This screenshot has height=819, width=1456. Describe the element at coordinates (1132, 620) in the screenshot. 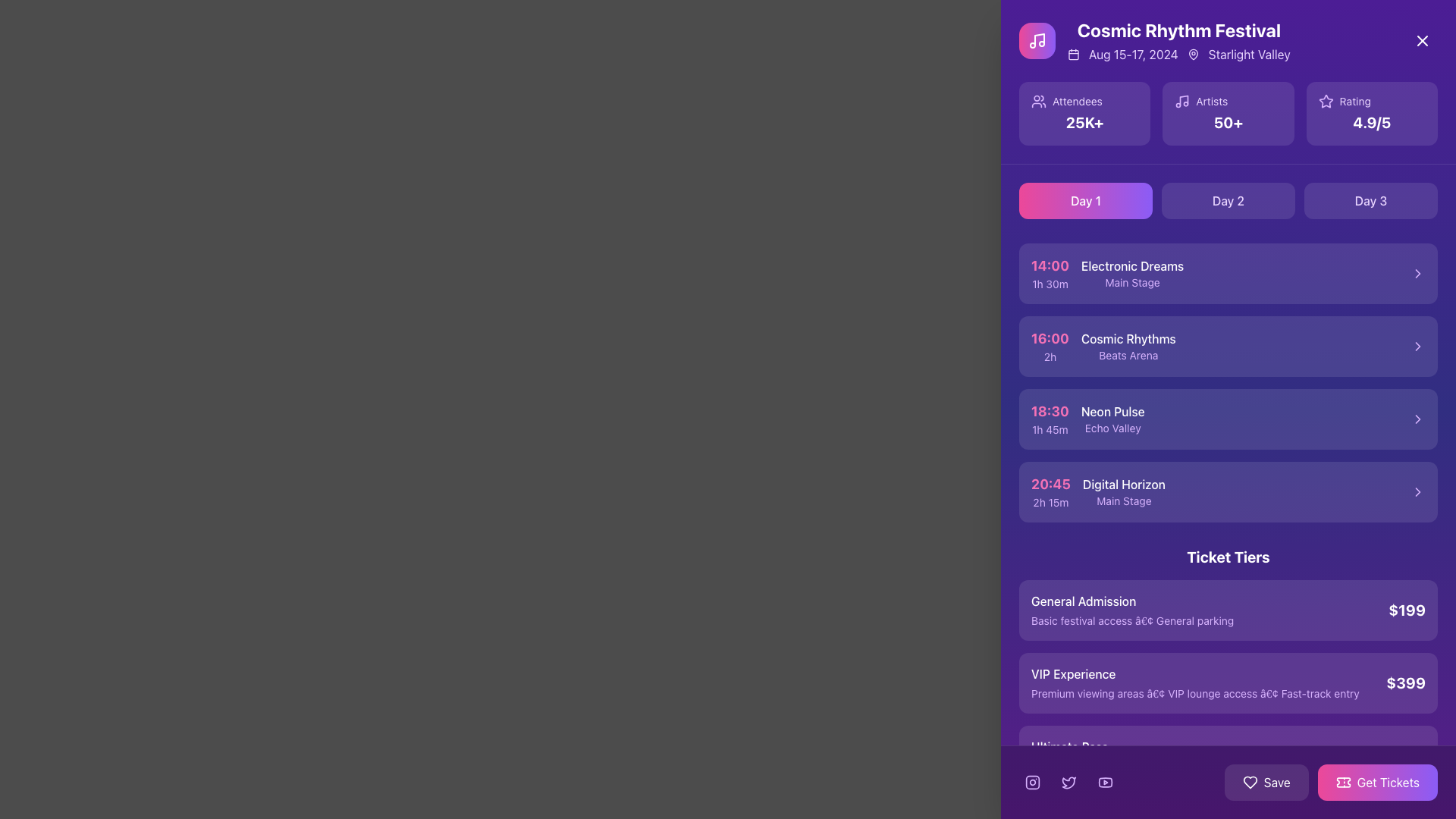

I see `the descriptive text element located below the 'General Admission' heading in the 'Ticket Tiers' section` at that location.